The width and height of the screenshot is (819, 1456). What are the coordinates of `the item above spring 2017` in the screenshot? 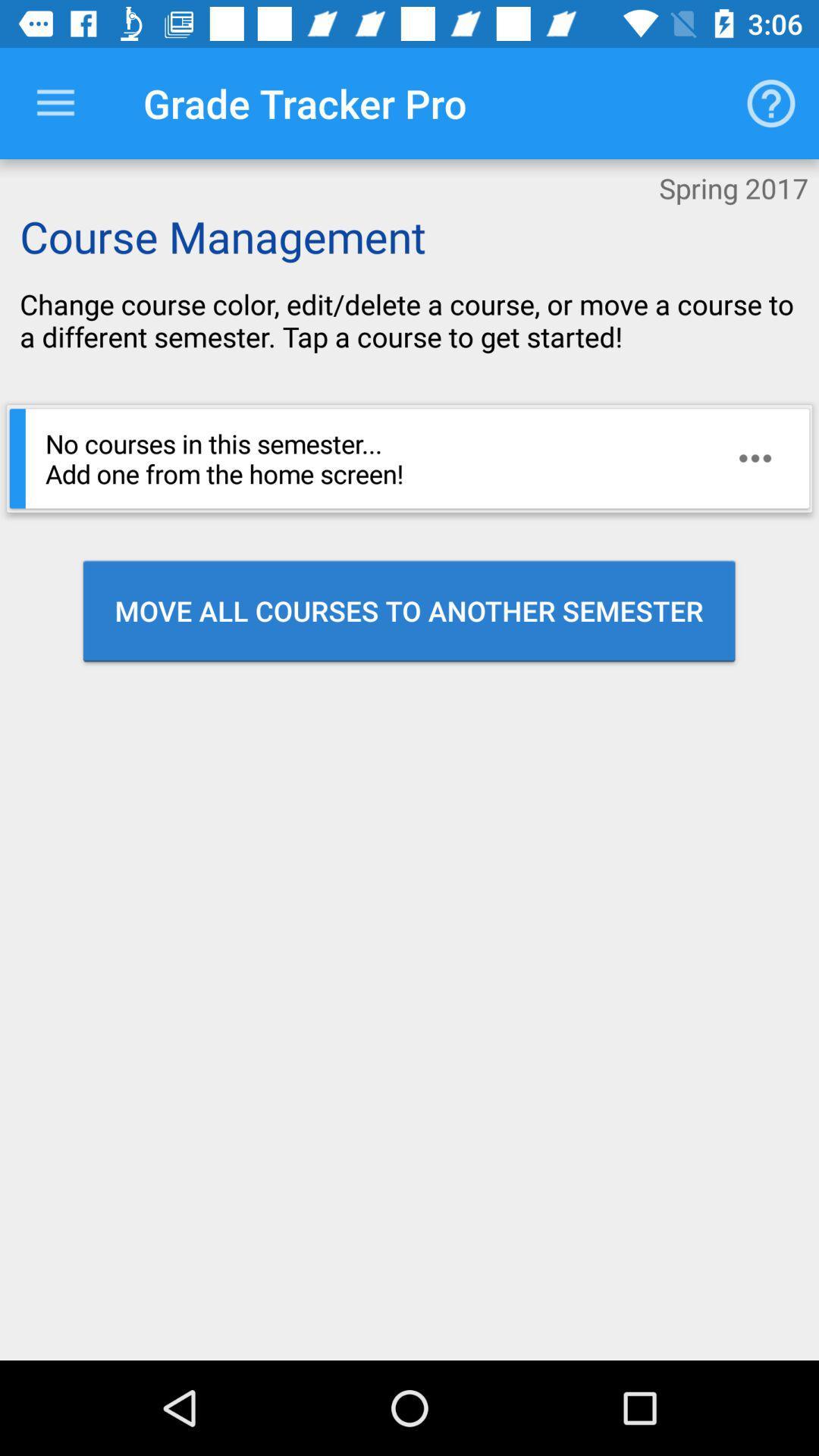 It's located at (771, 102).